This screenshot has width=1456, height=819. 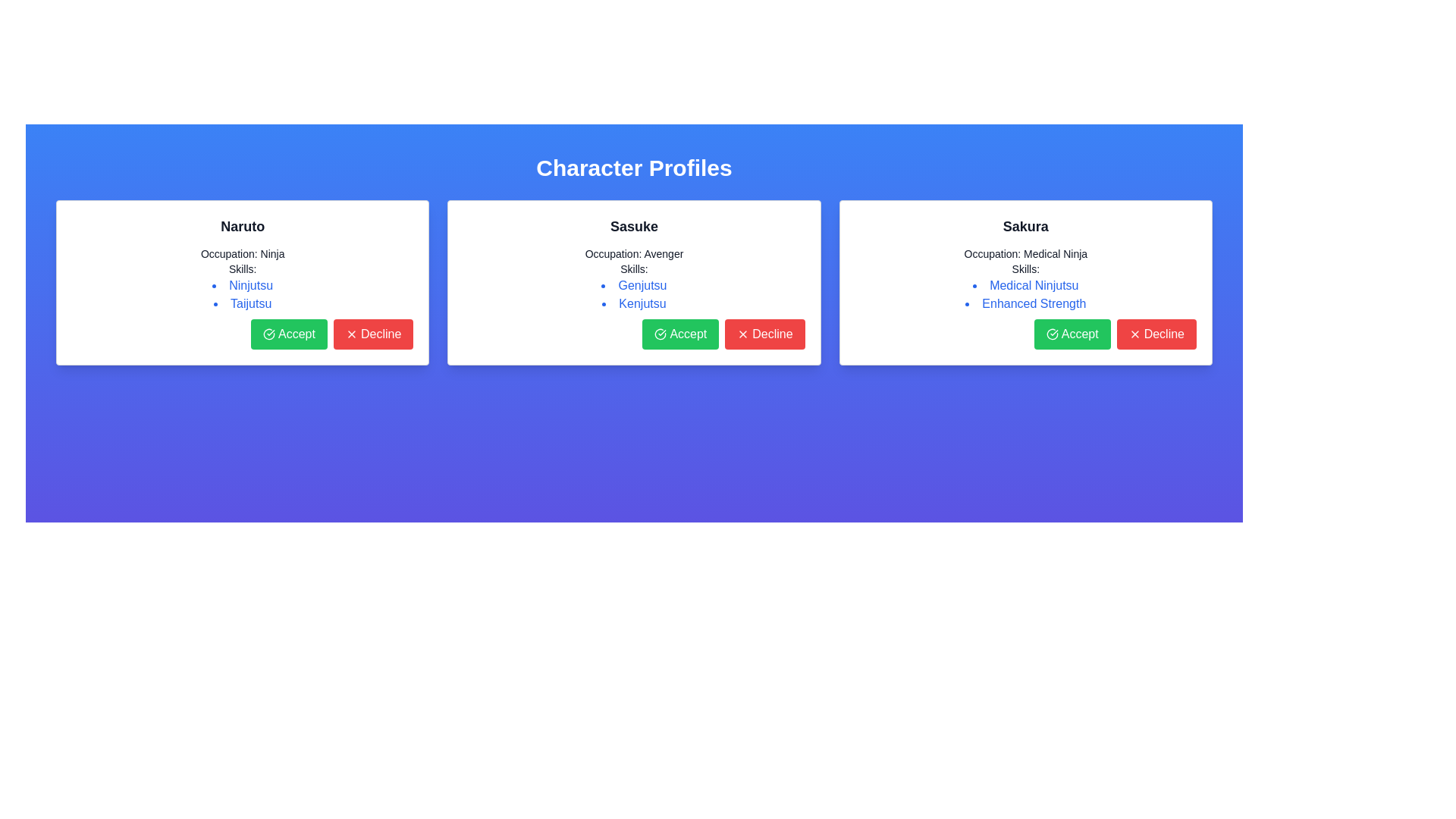 What do you see at coordinates (243, 286) in the screenshot?
I see `the first skill label for the character 'Naruto' in the leftmost profile card, which is positioned above 'Taijutsu'` at bounding box center [243, 286].